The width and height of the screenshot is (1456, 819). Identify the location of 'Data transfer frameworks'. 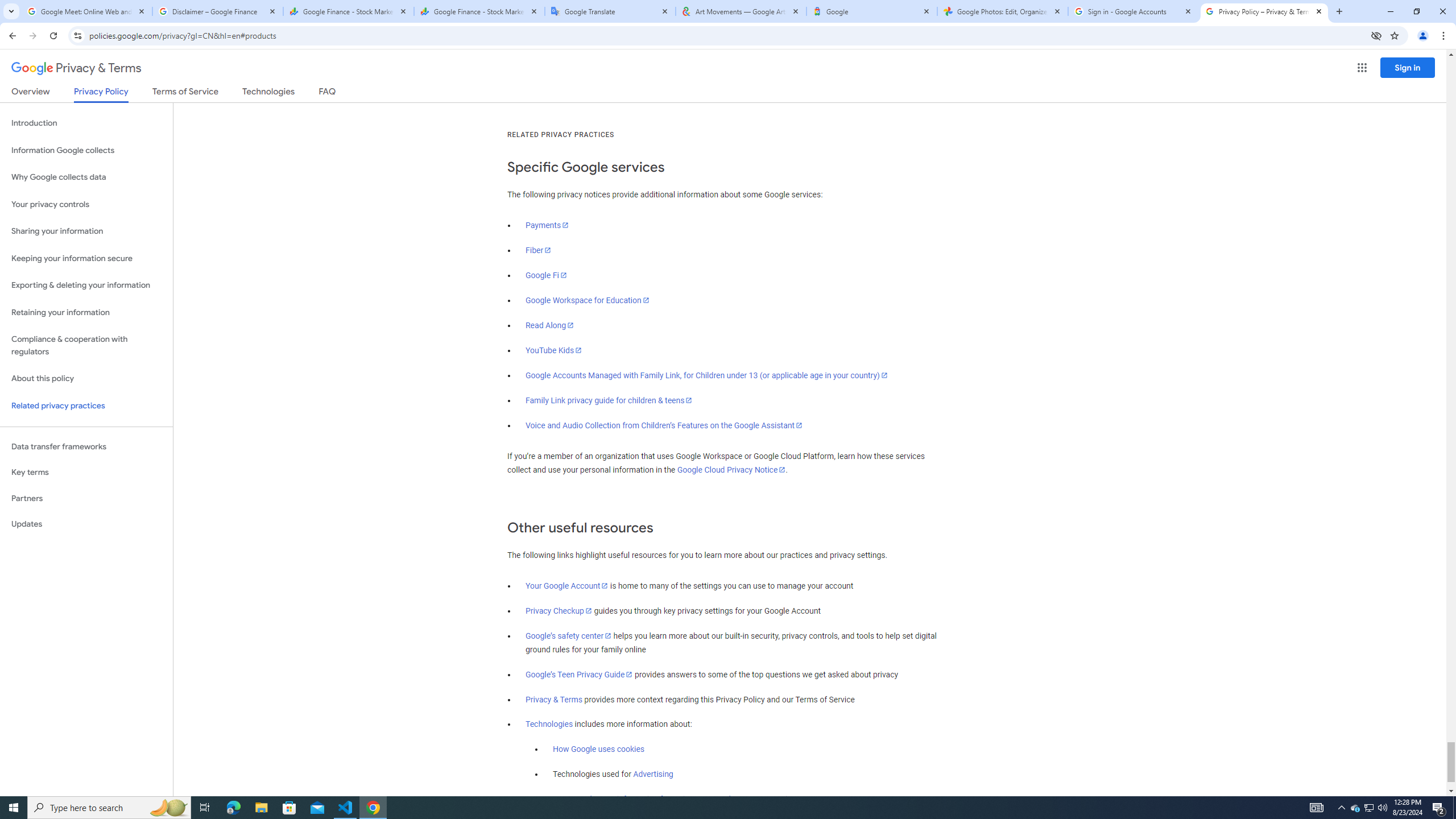
(86, 446).